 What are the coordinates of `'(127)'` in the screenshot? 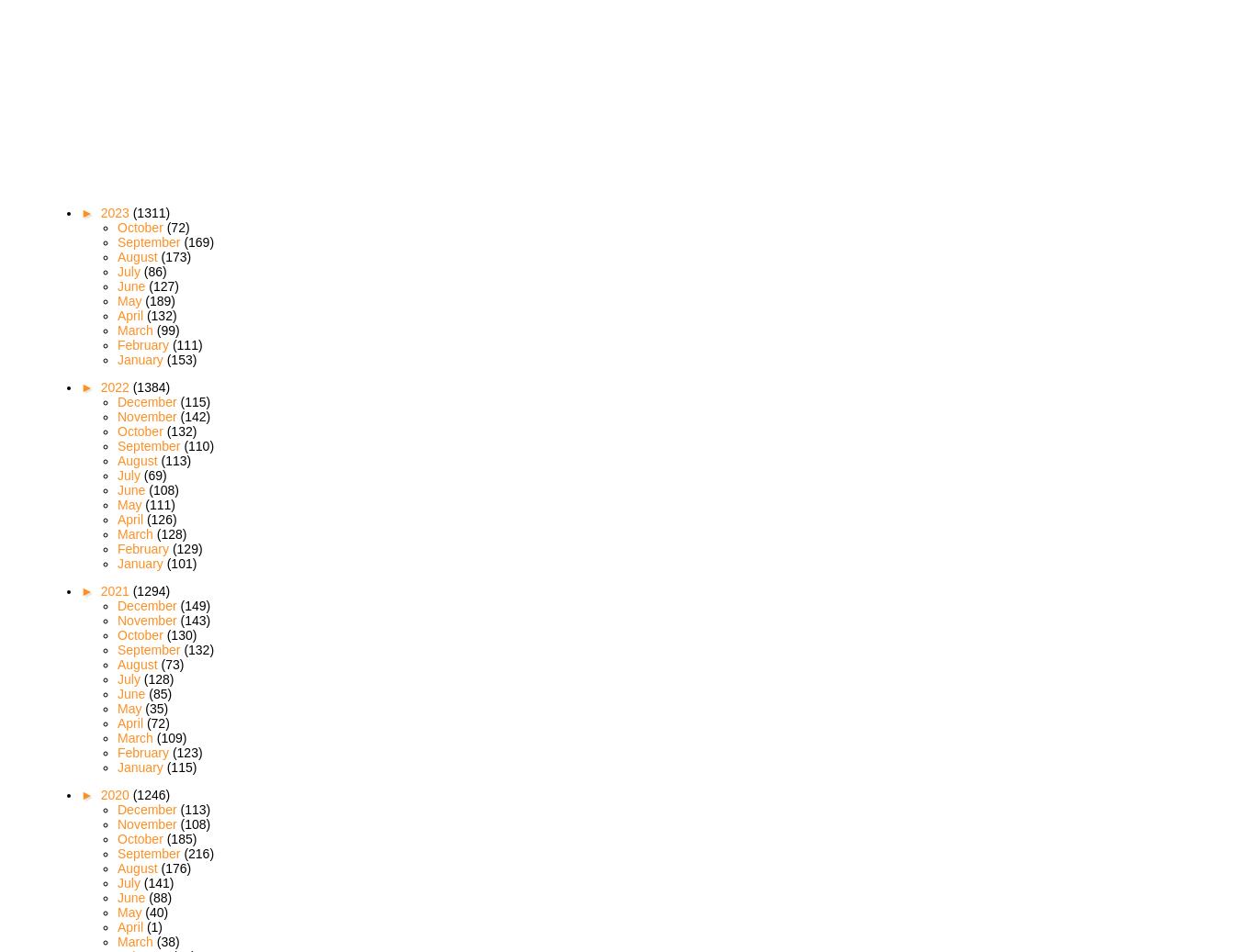 It's located at (163, 284).